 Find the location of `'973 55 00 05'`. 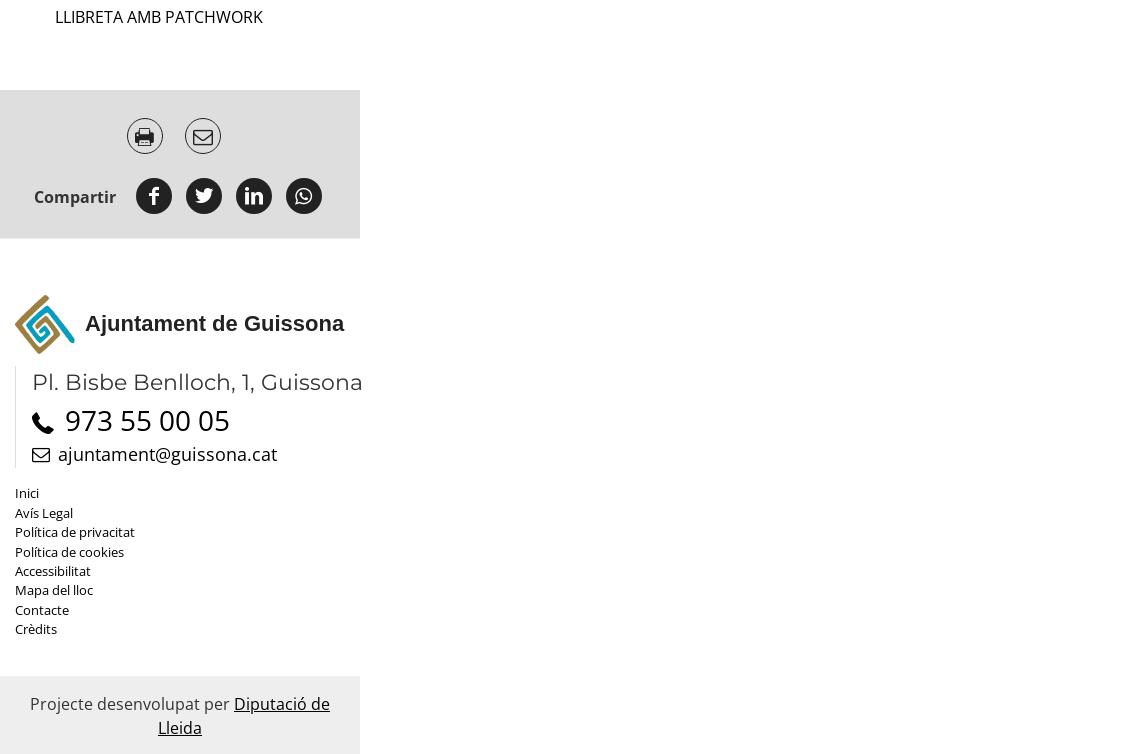

'973 55 00 05' is located at coordinates (147, 419).